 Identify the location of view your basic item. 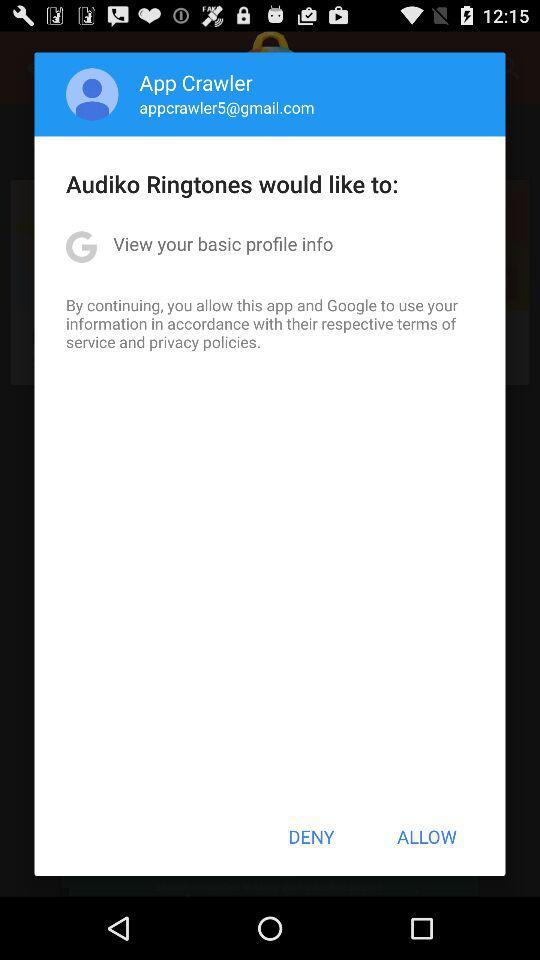
(222, 242).